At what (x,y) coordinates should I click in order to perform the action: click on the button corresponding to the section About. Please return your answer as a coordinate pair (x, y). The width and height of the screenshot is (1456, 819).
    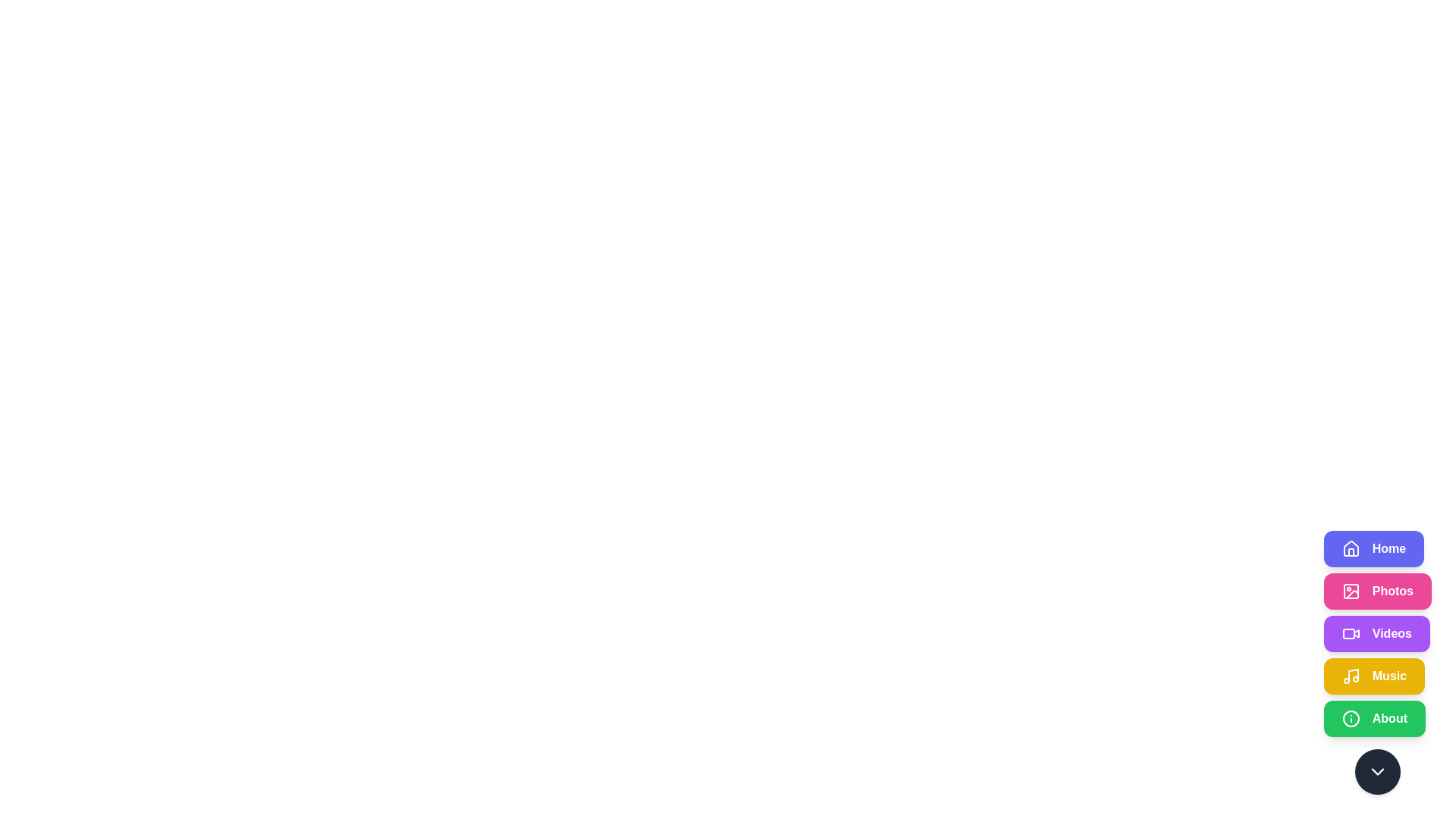
    Looking at the image, I should click on (1373, 718).